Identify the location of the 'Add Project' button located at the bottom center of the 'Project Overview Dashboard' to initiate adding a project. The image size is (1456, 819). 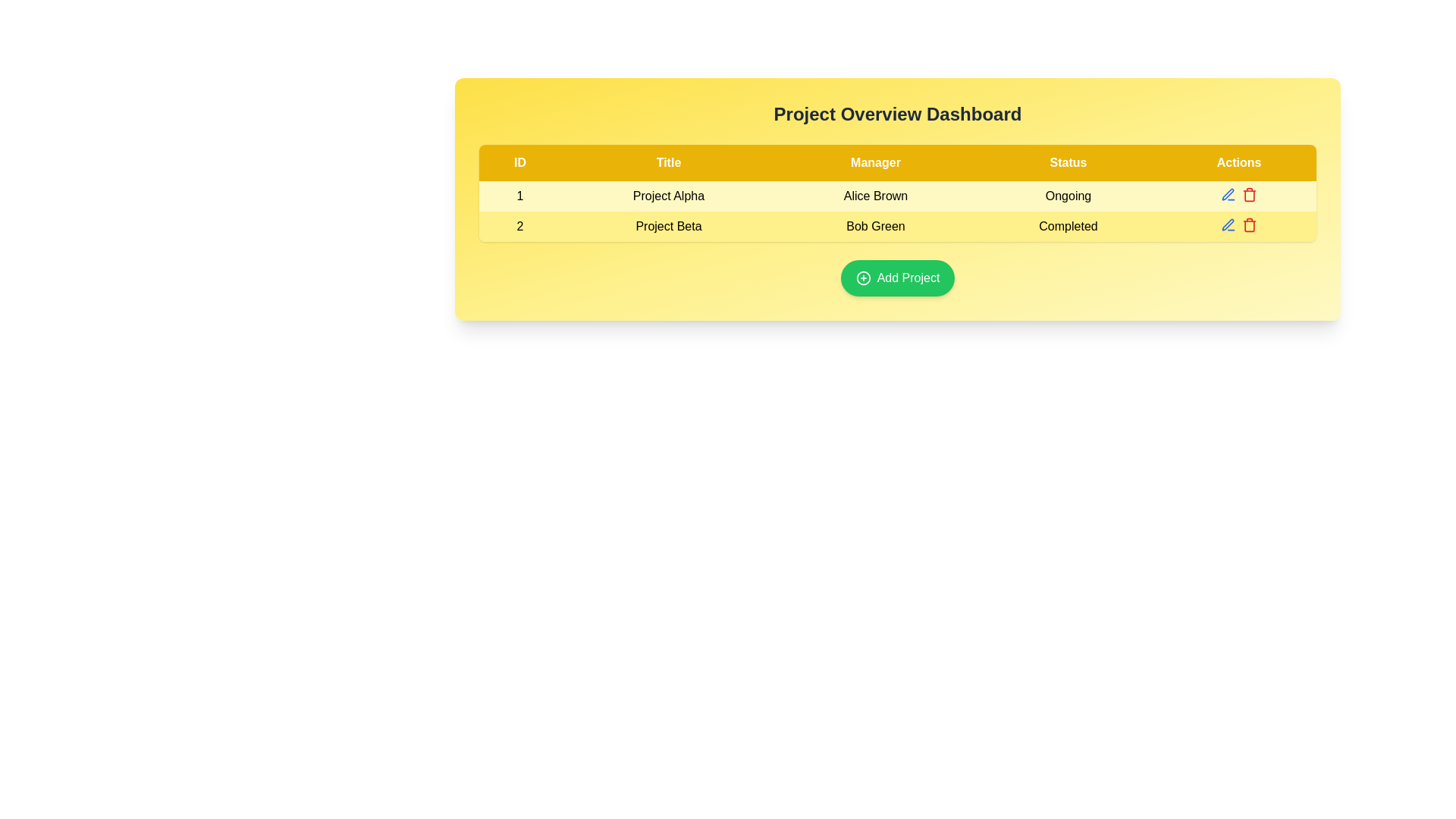
(898, 278).